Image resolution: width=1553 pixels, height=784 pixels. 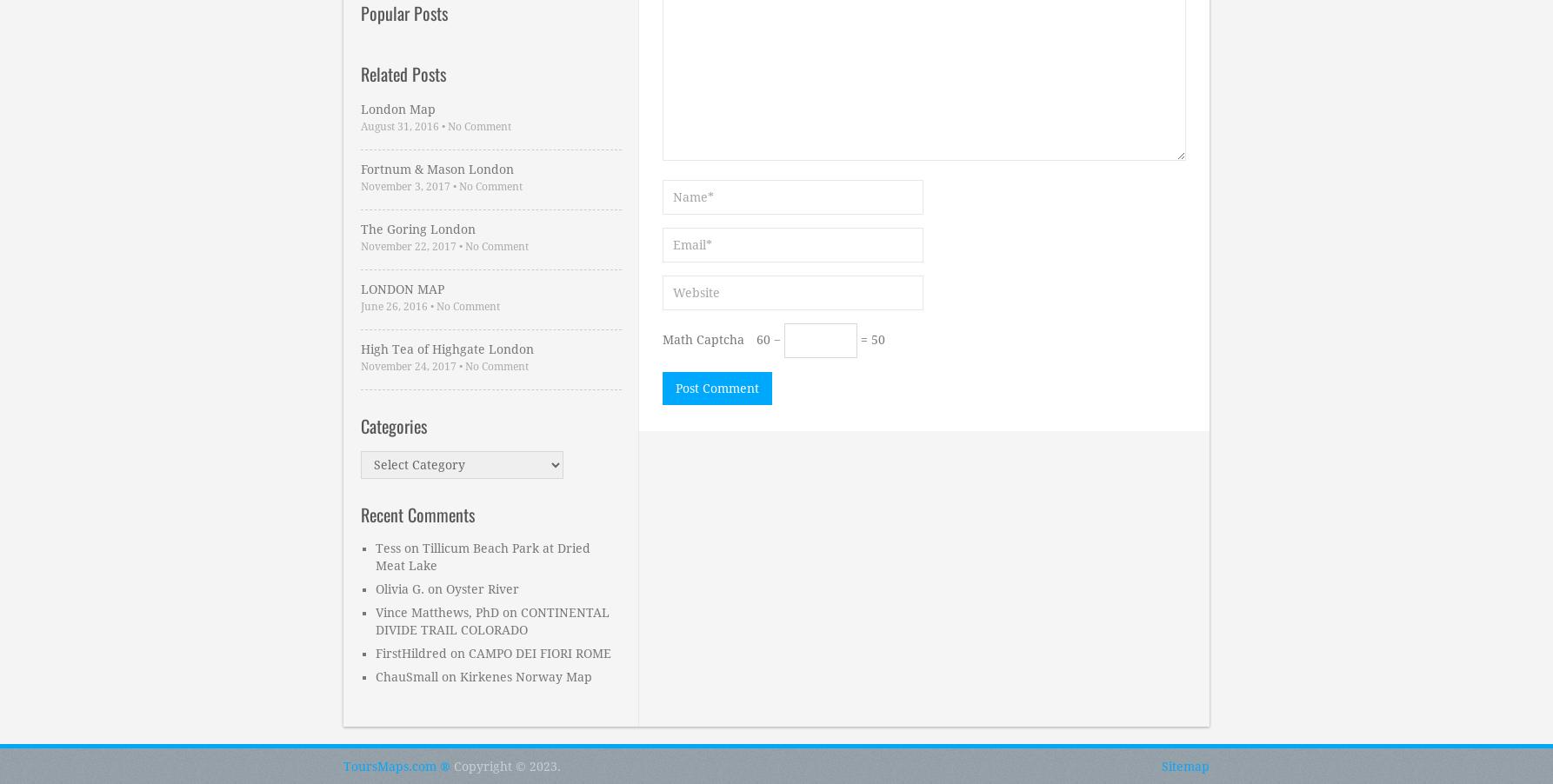 What do you see at coordinates (436, 169) in the screenshot?
I see `'Fortnum & Mason London'` at bounding box center [436, 169].